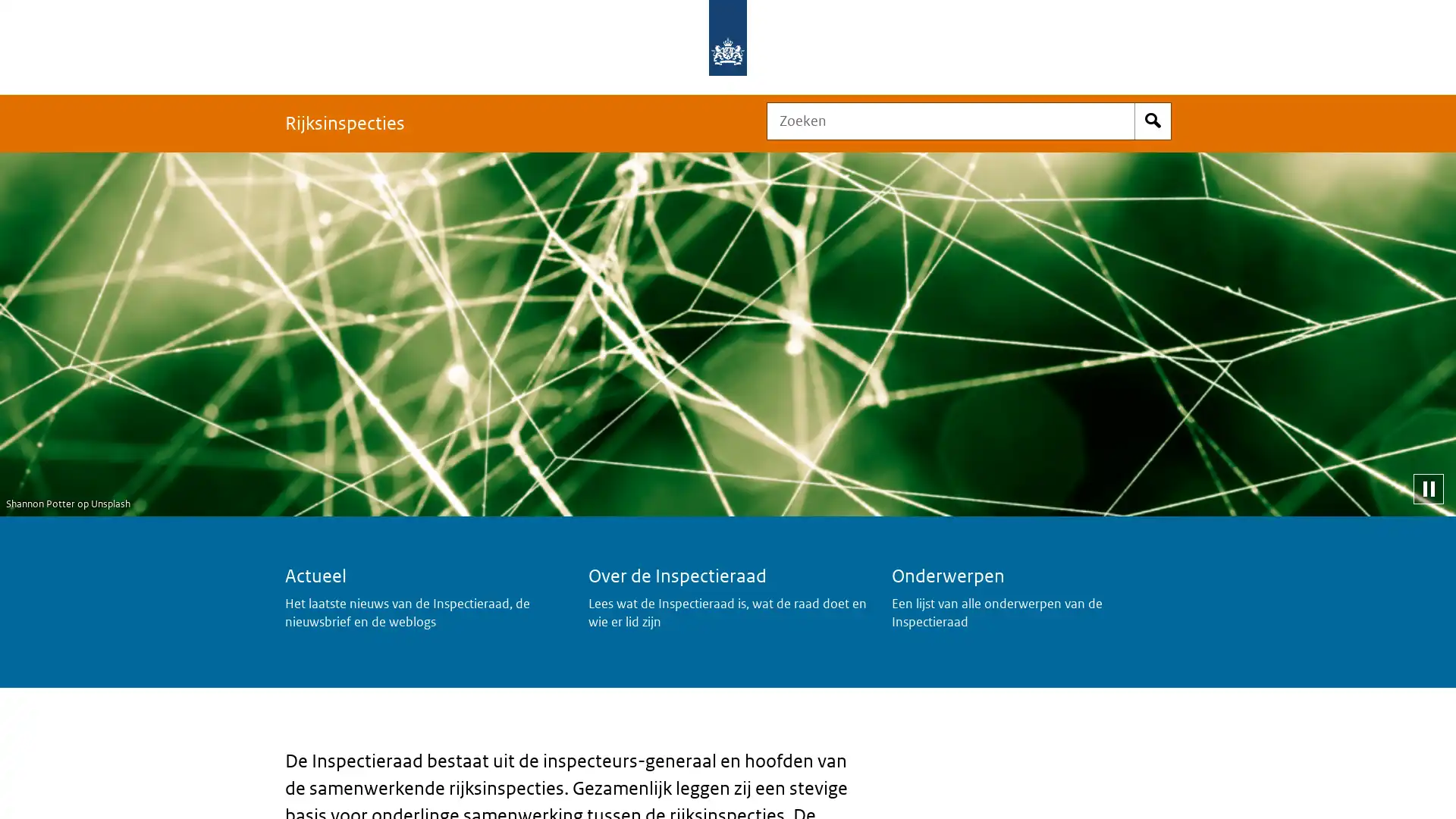 This screenshot has height=819, width=1456. What do you see at coordinates (1427, 488) in the screenshot?
I see `Pauzeer diashow` at bounding box center [1427, 488].